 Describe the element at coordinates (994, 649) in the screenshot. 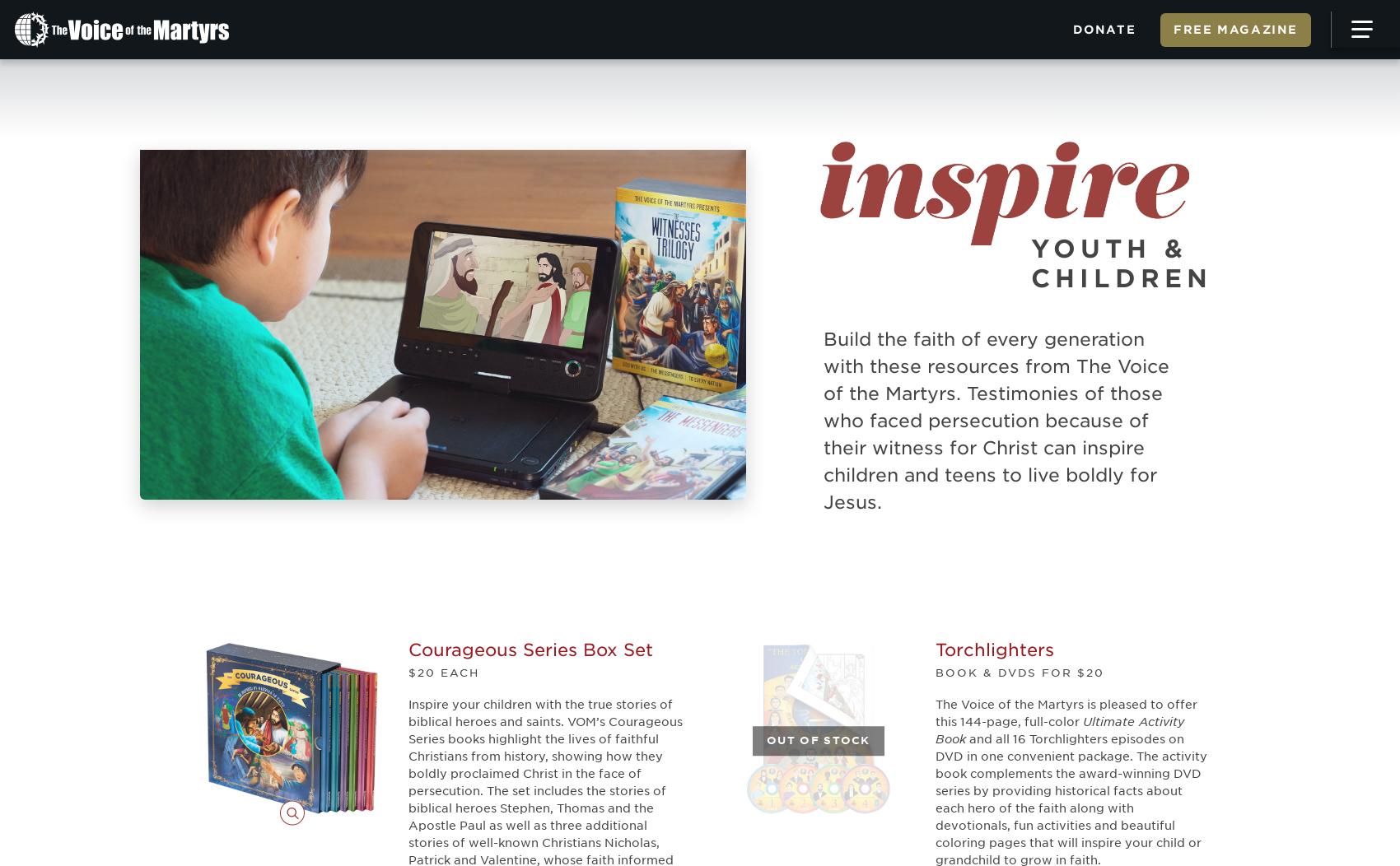

I see `'Torchlighters'` at that location.